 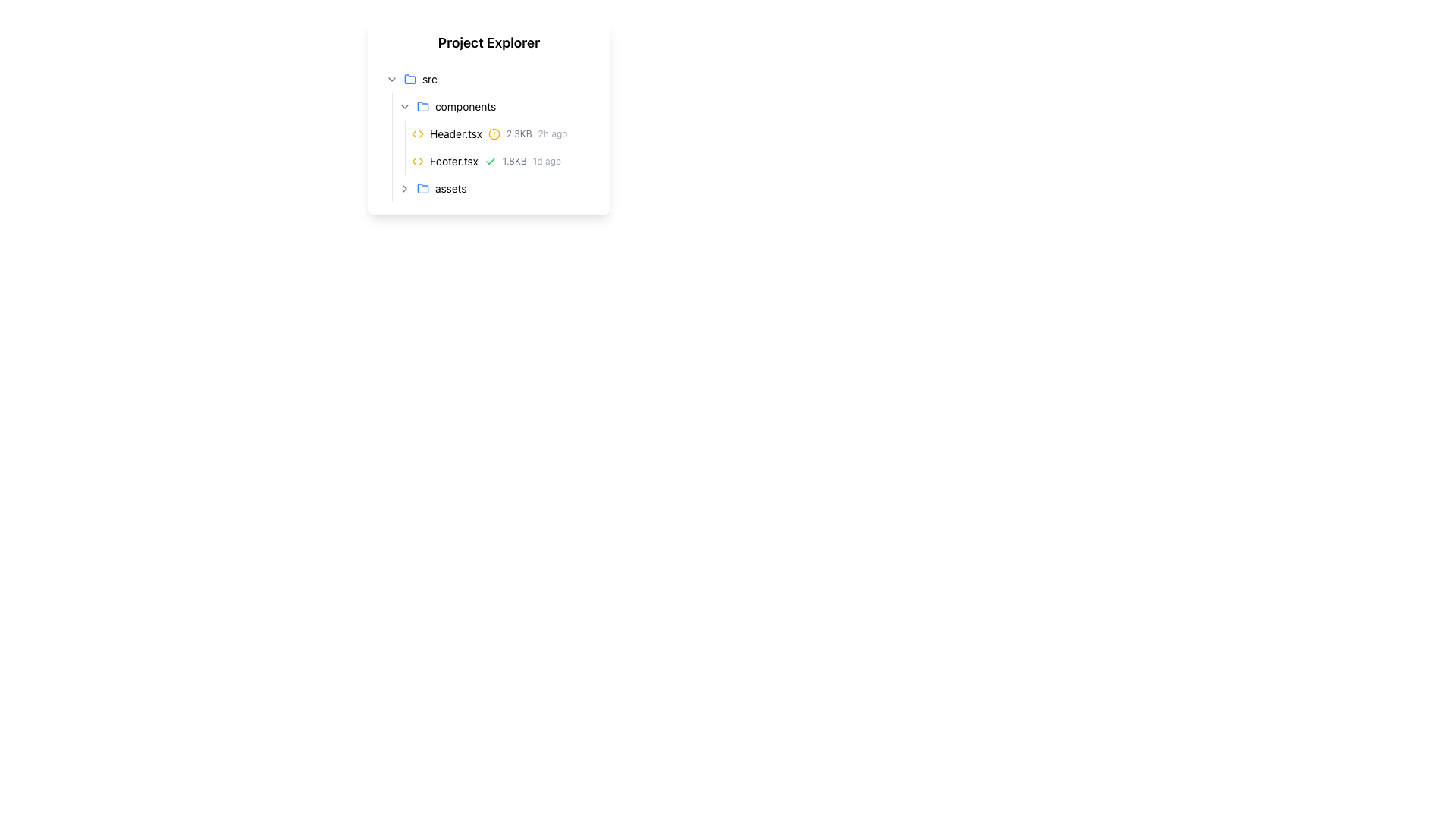 What do you see at coordinates (494, 133) in the screenshot?
I see `the warning or alert icon located next to the text 'Header.tsx 2.3KB 2h ago' in the file list interface` at bounding box center [494, 133].